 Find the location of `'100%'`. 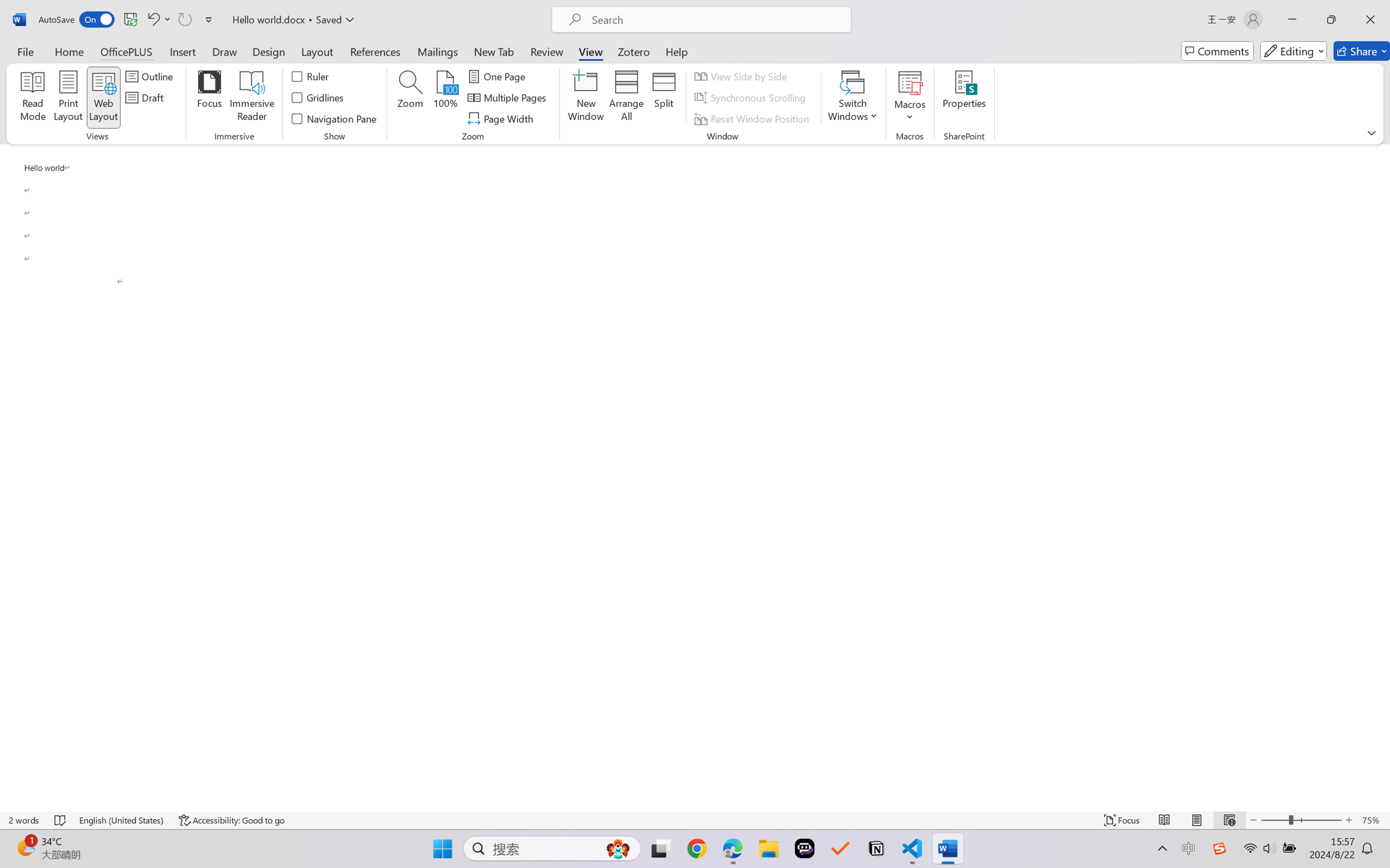

'100%' is located at coordinates (445, 98).